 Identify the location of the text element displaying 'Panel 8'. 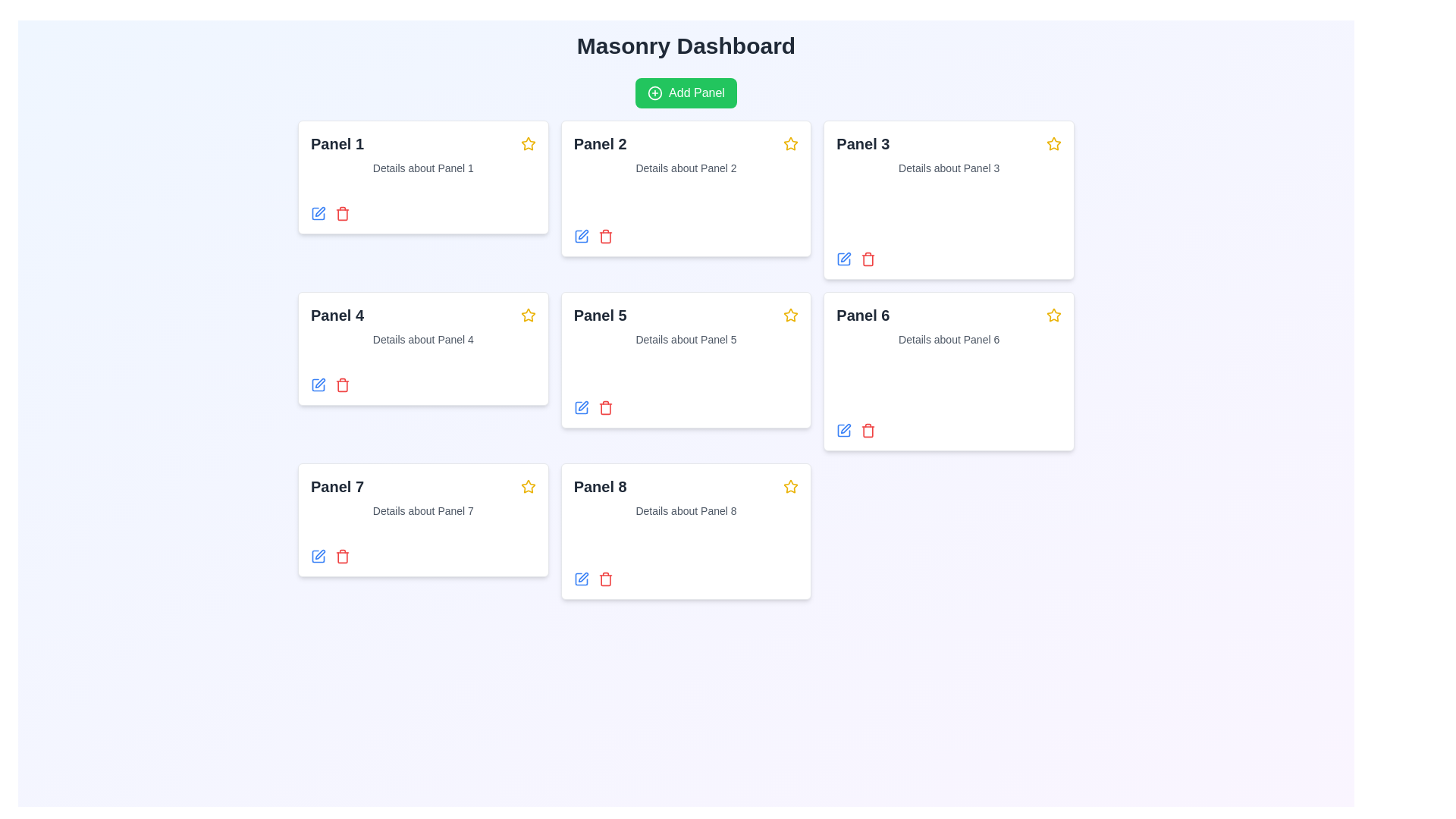
(599, 486).